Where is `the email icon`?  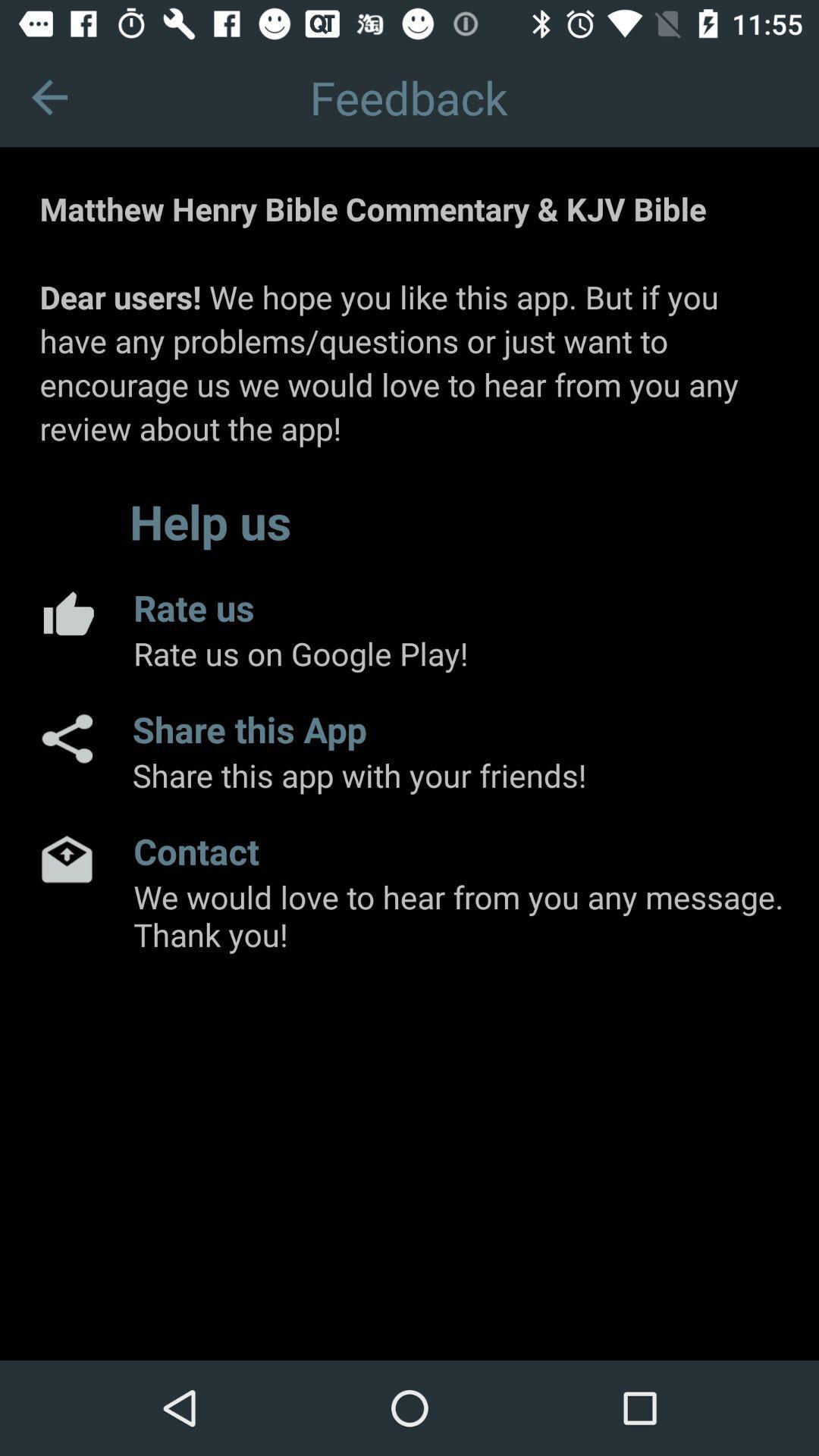
the email icon is located at coordinates (66, 858).